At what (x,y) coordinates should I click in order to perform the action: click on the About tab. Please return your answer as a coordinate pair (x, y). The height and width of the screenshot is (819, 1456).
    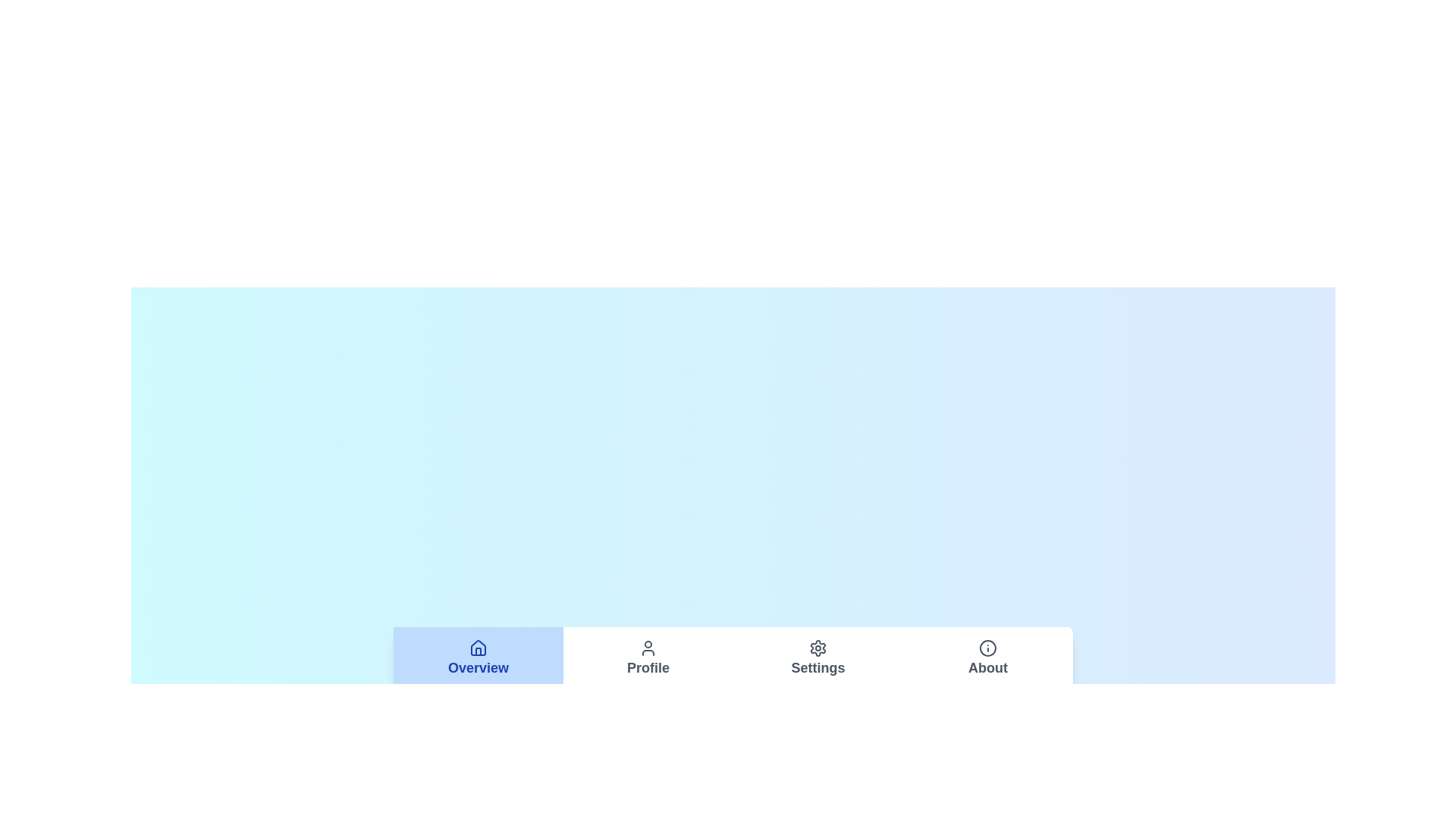
    Looking at the image, I should click on (987, 657).